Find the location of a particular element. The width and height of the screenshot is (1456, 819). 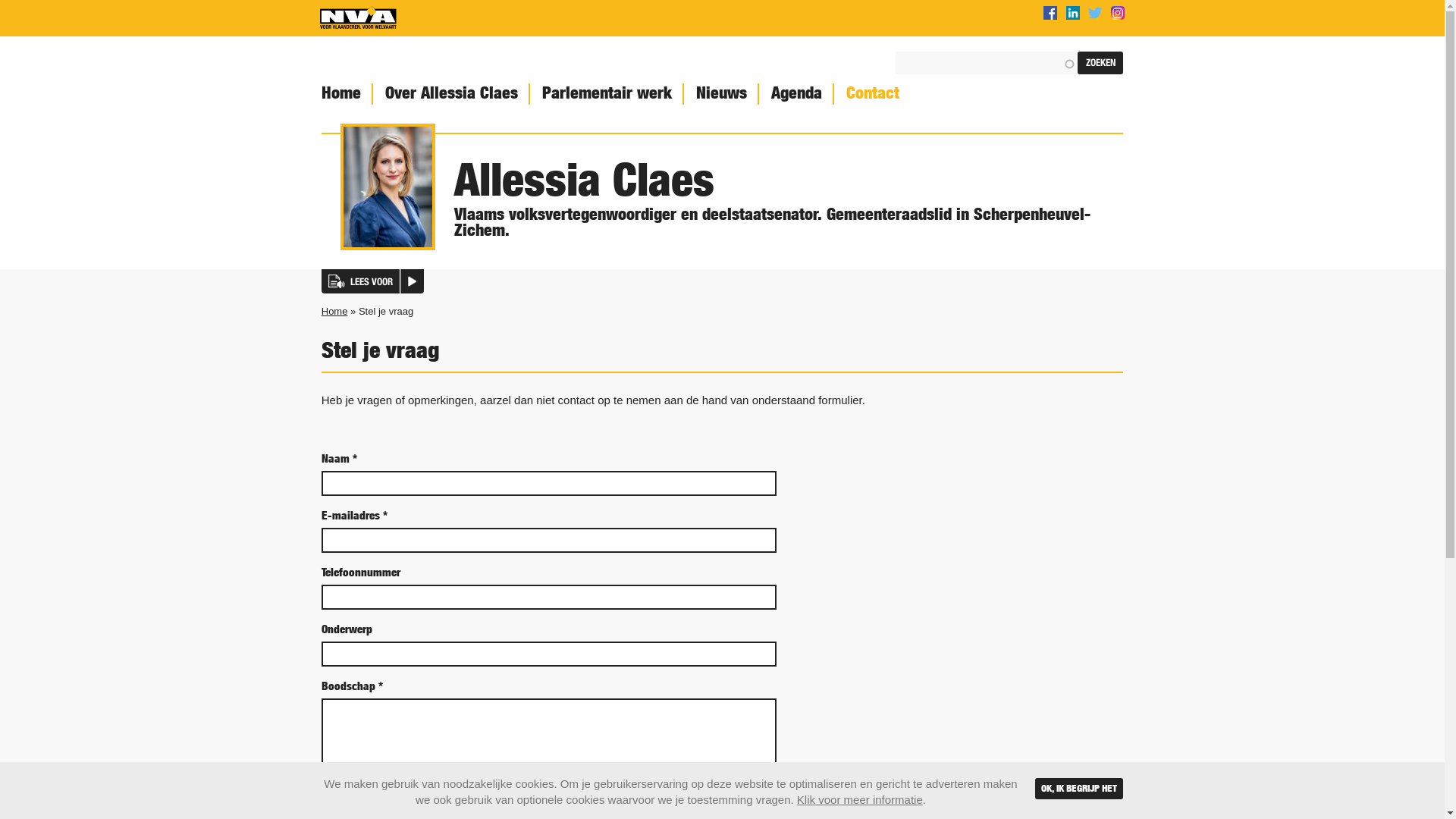

'Agenda' is located at coordinates (794, 93).